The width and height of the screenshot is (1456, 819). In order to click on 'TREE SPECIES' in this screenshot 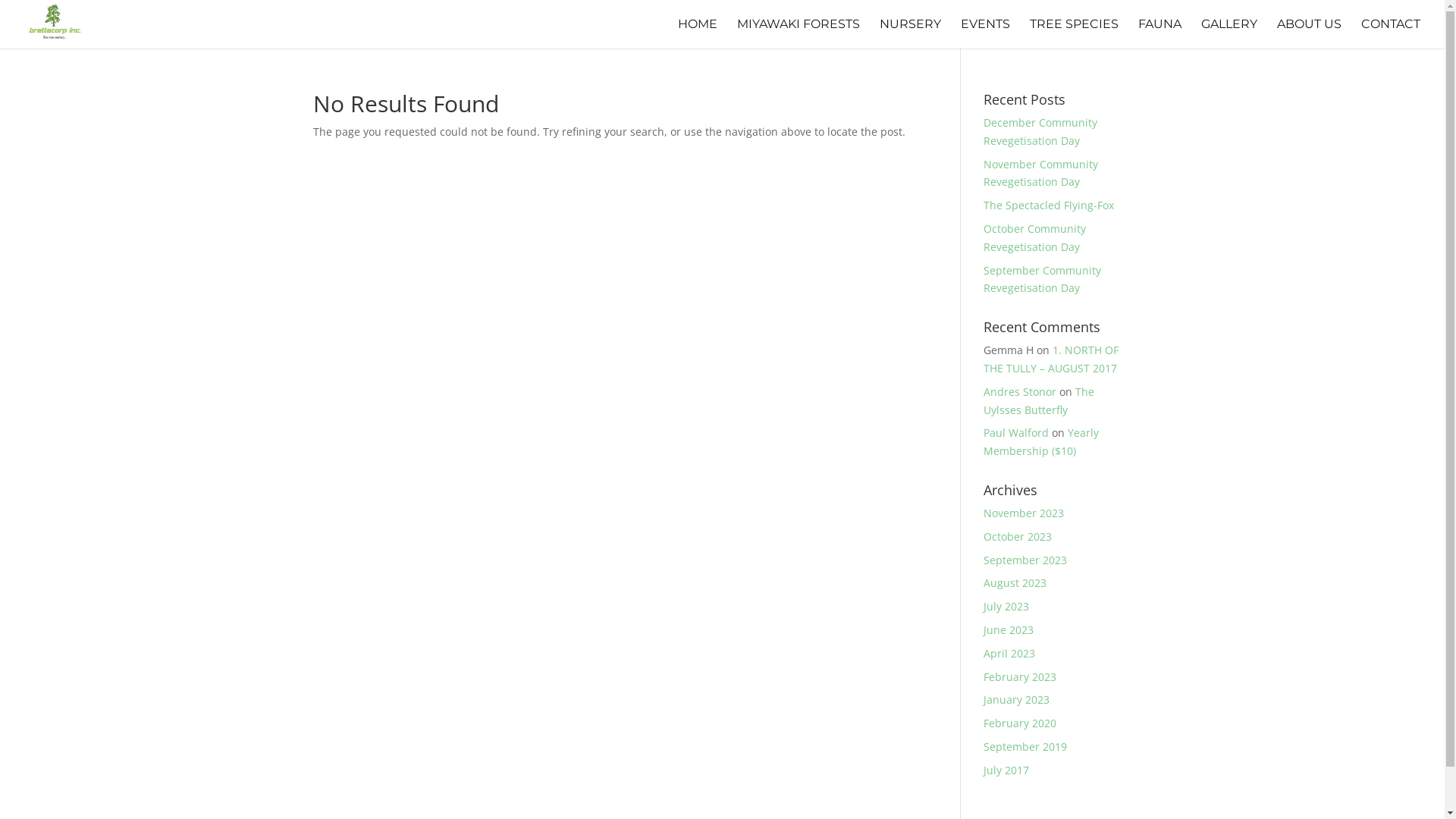, I will do `click(1073, 33)`.